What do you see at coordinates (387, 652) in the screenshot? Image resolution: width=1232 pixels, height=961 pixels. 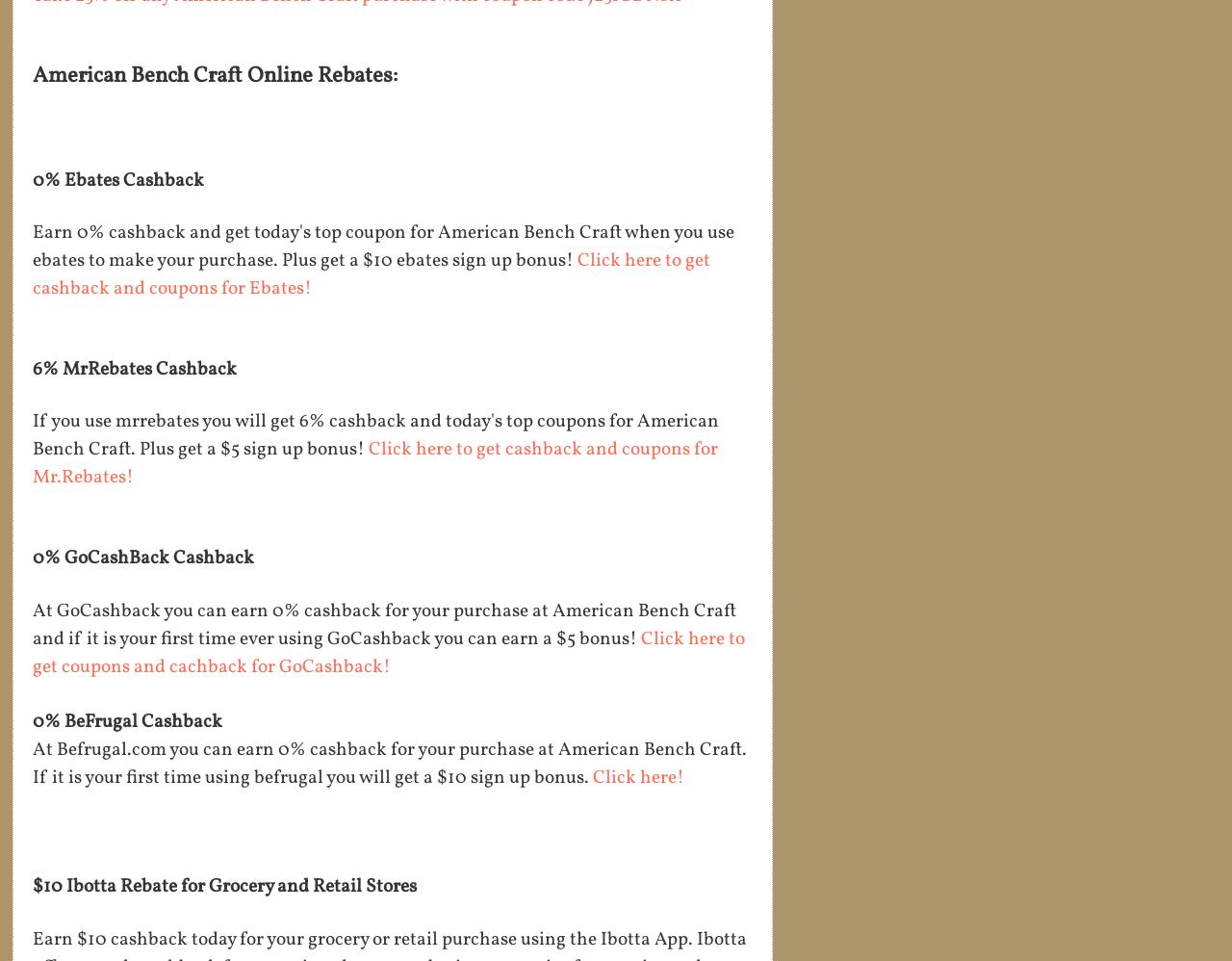 I see `'Click here to get coupons and cachback for GoCashback!'` at bounding box center [387, 652].